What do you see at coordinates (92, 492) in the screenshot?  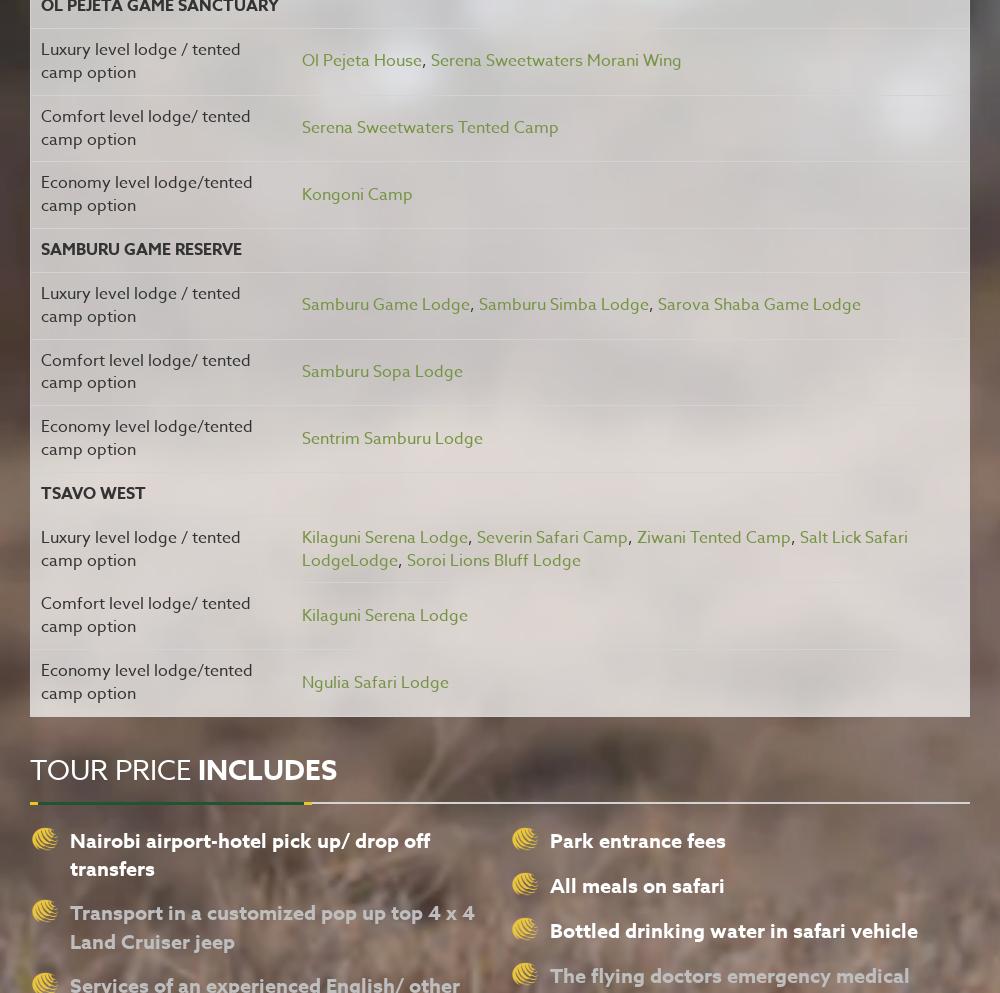 I see `'Tsavo West'` at bounding box center [92, 492].